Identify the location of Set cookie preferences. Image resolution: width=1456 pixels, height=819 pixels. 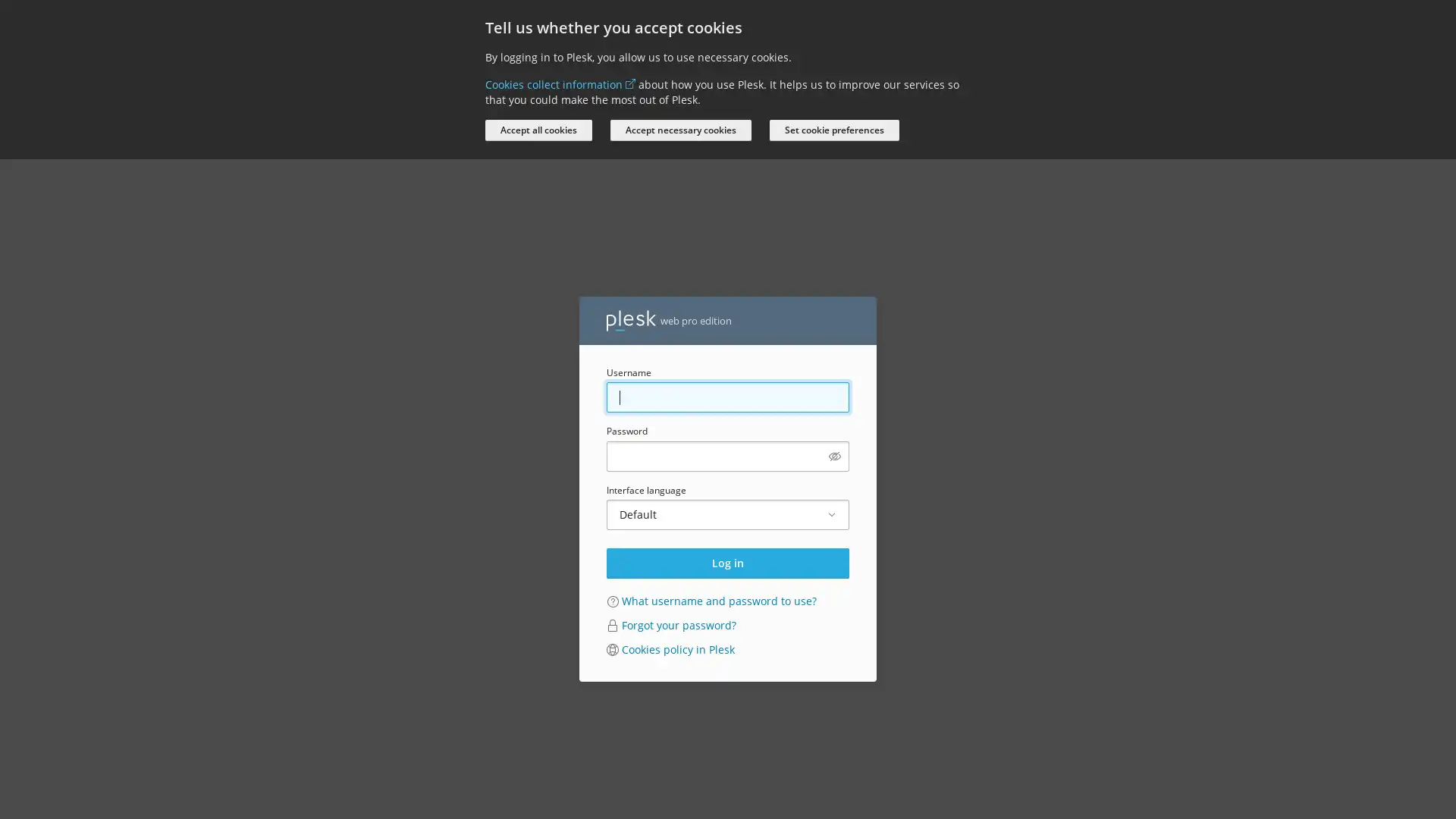
(833, 130).